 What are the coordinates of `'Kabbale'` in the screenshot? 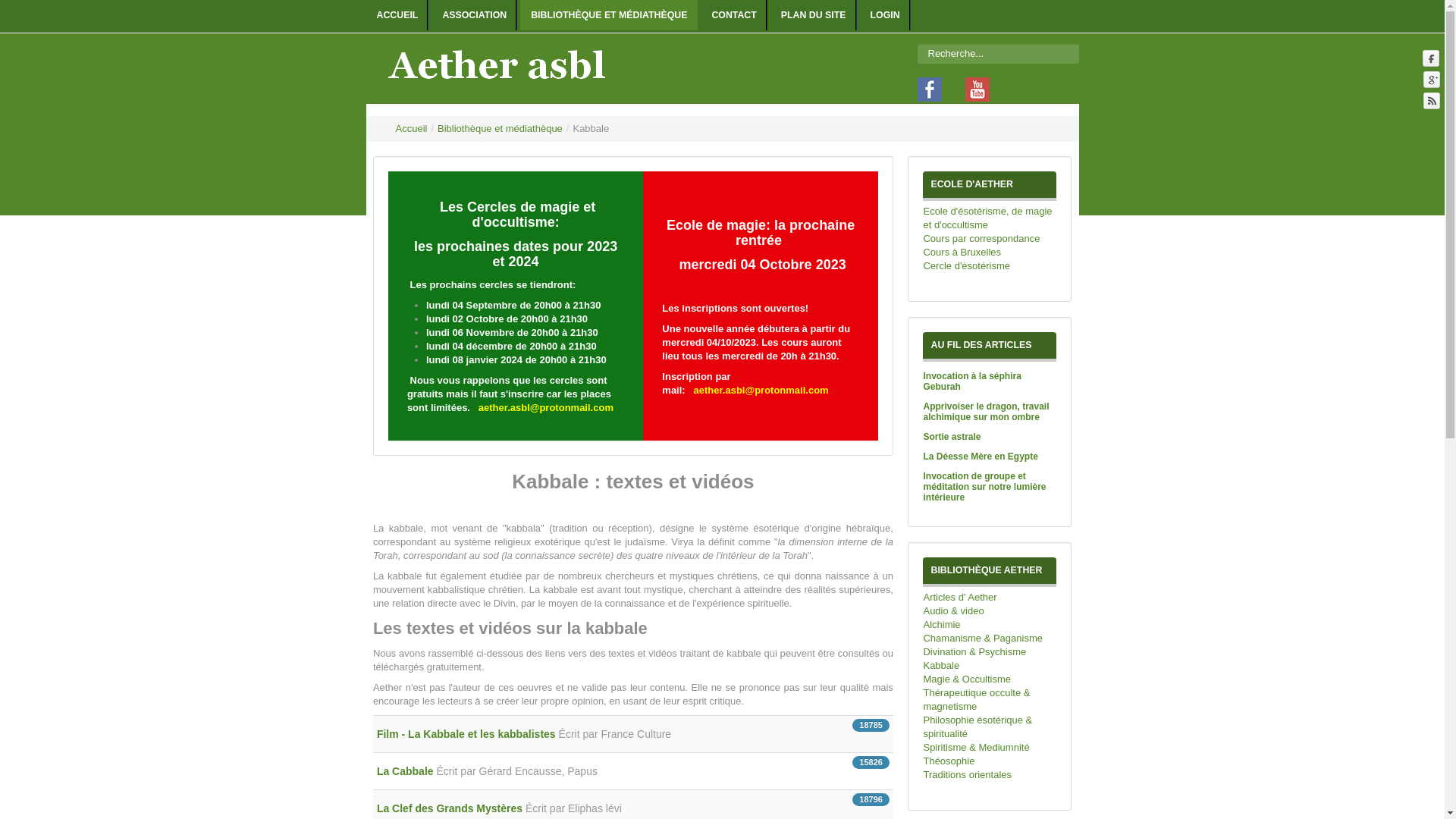 It's located at (990, 665).